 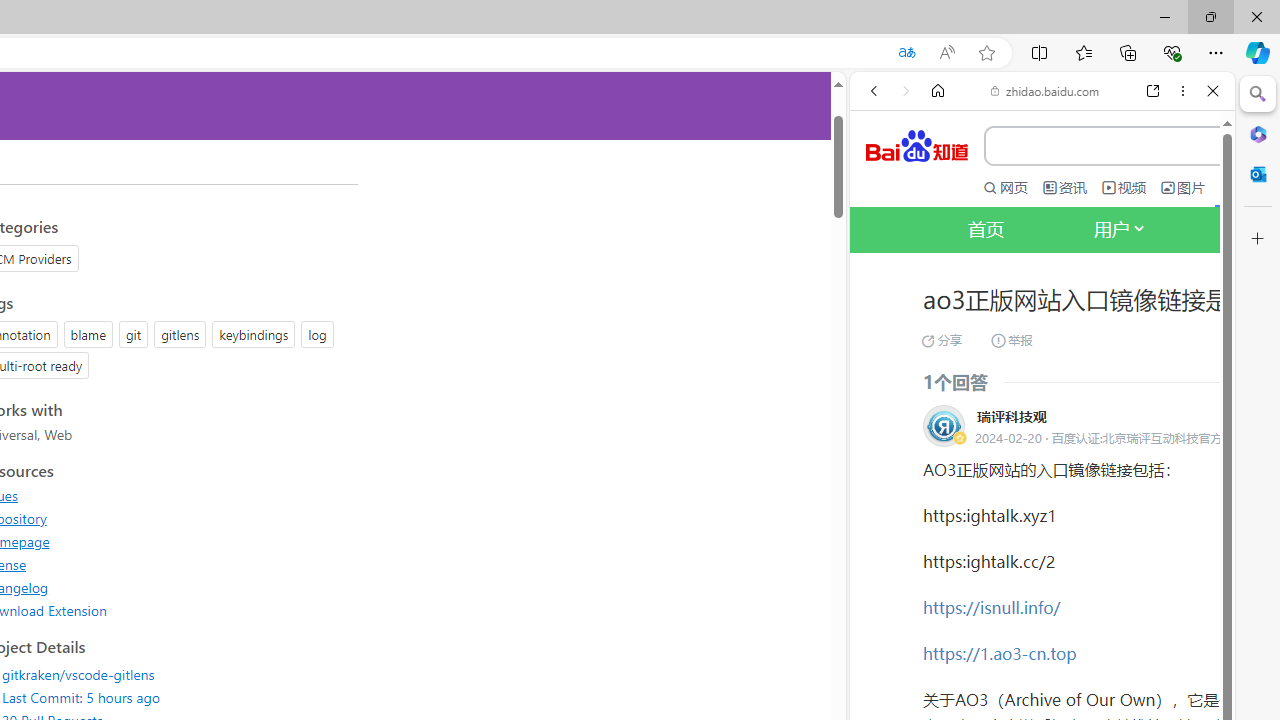 What do you see at coordinates (986, 52) in the screenshot?
I see `'Add this page to favorites (Ctrl+D)'` at bounding box center [986, 52].